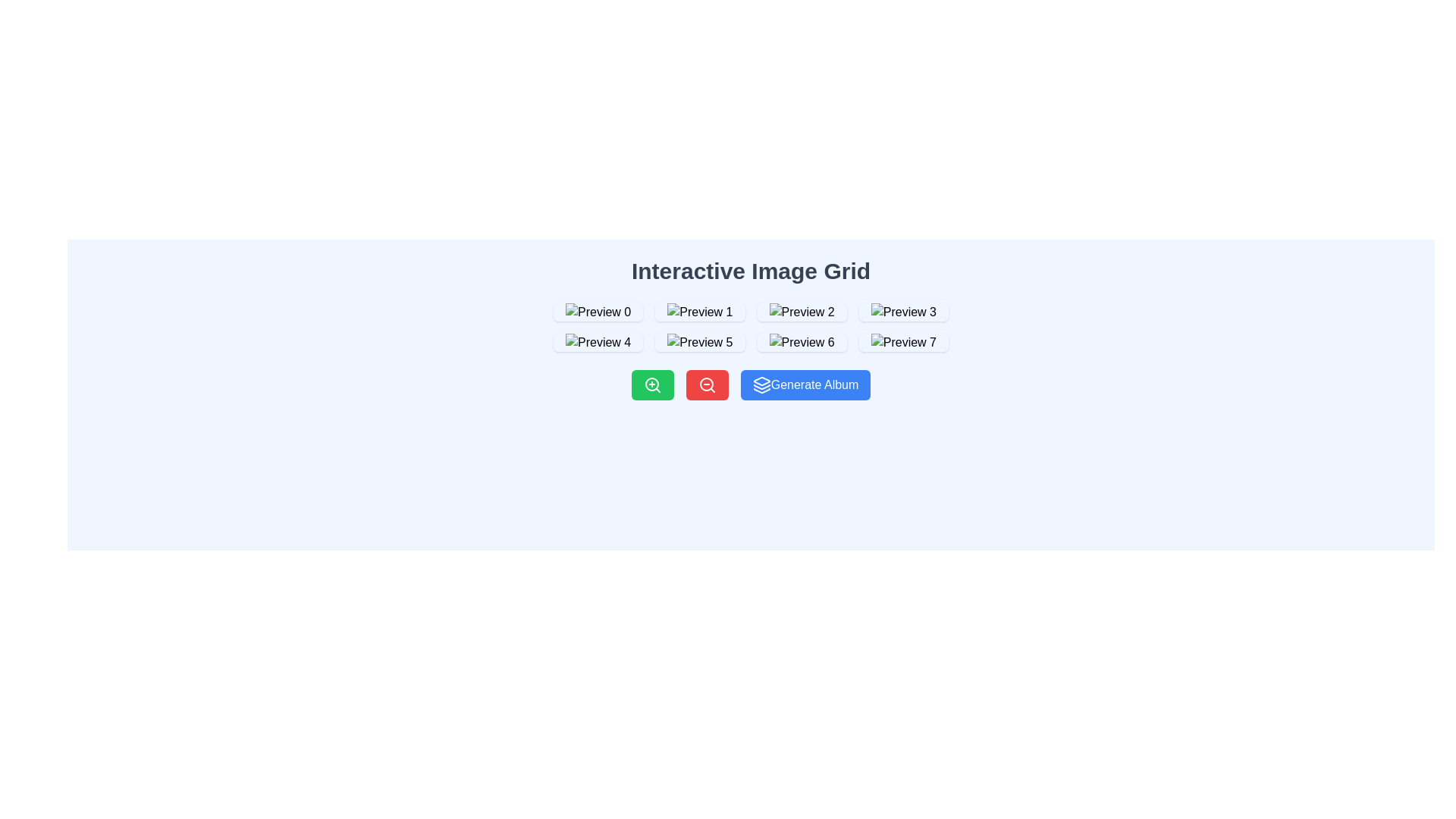 The image size is (1456, 819). Describe the element at coordinates (598, 312) in the screenshot. I see `the image preview component labeled 'Preview 0'` at that location.